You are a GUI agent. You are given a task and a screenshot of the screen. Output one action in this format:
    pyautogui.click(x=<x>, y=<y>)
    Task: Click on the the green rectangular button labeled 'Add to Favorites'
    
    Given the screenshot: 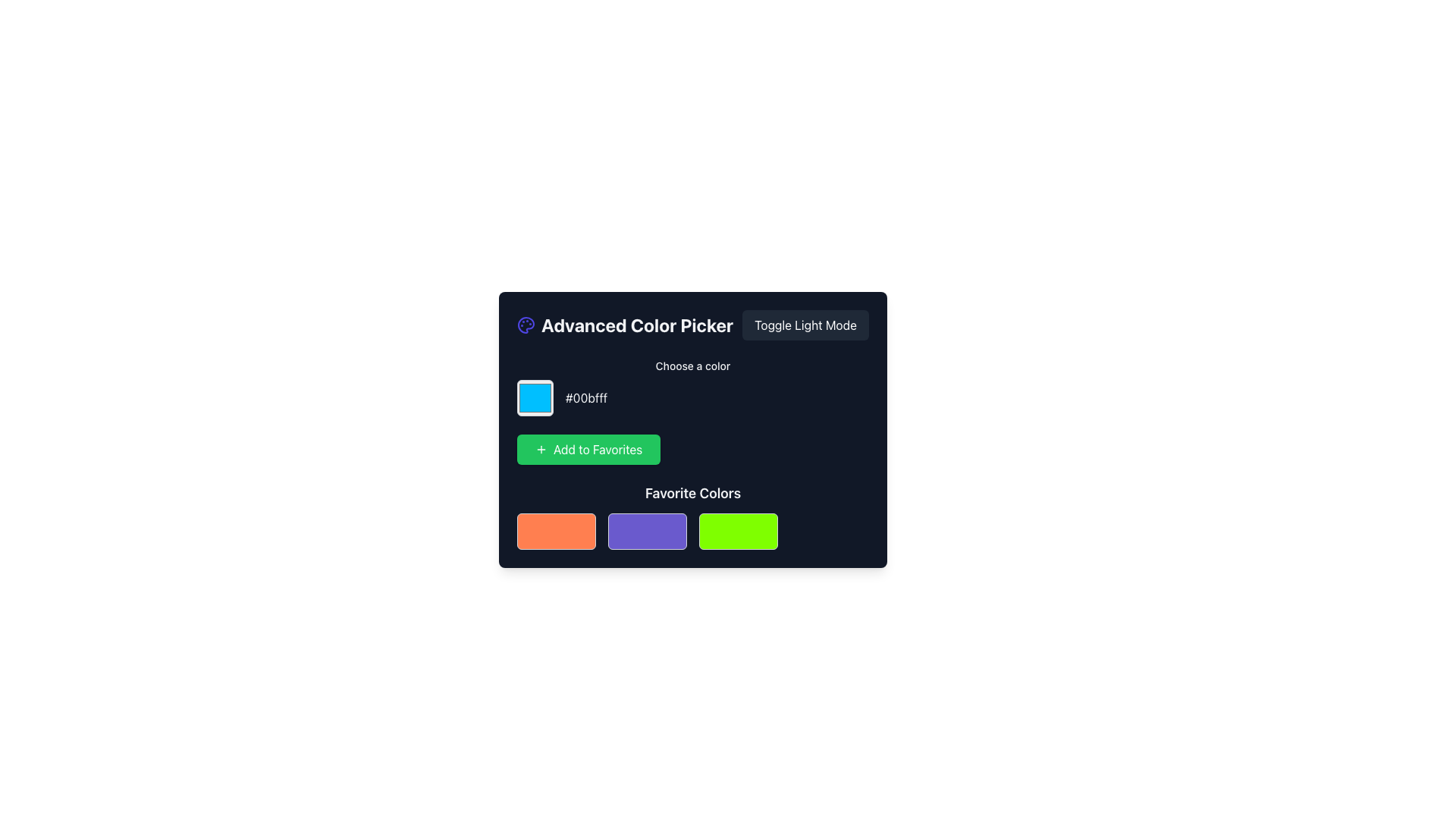 What is the action you would take?
    pyautogui.click(x=588, y=449)
    